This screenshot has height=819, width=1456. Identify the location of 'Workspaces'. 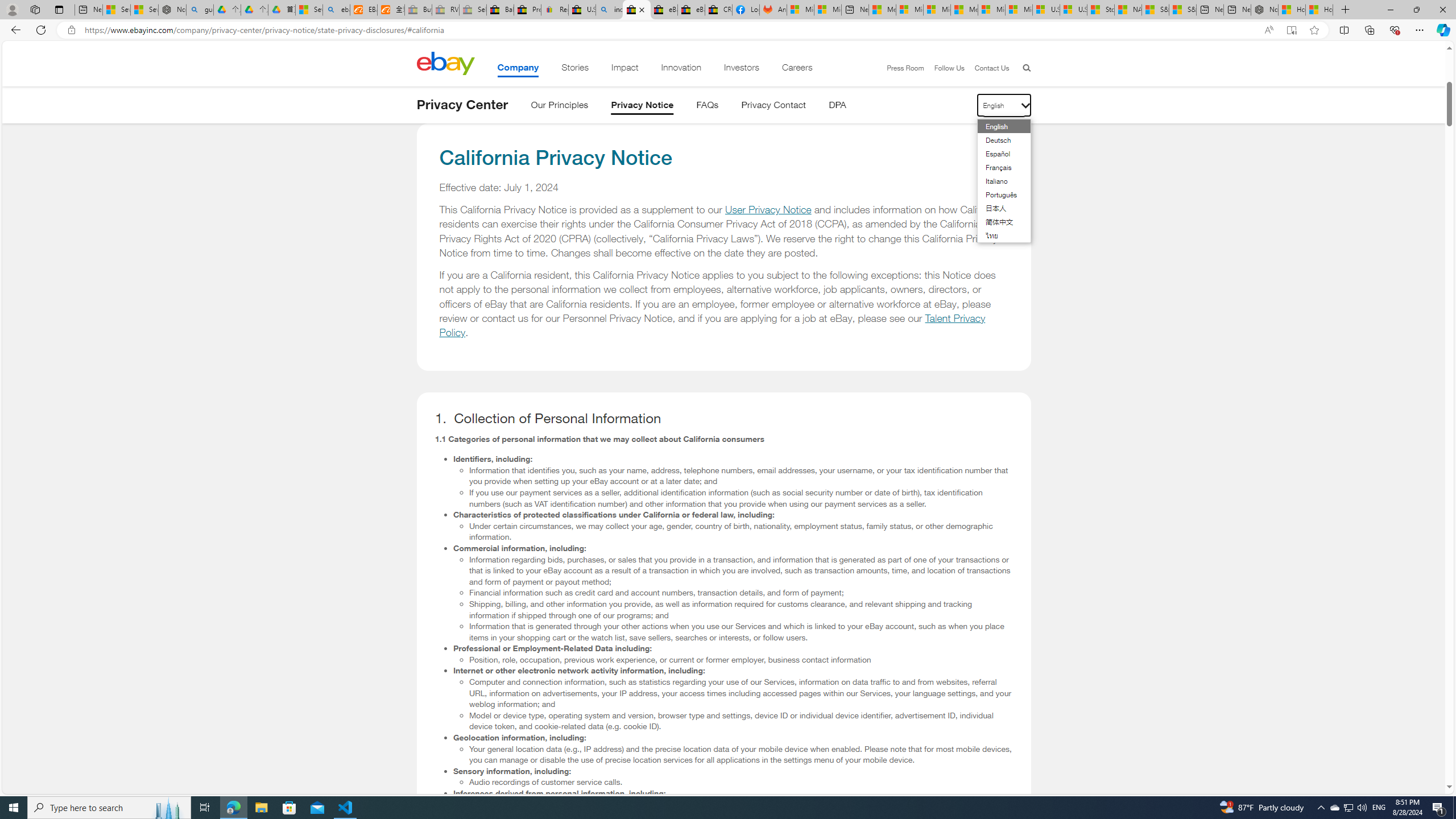
(35, 9).